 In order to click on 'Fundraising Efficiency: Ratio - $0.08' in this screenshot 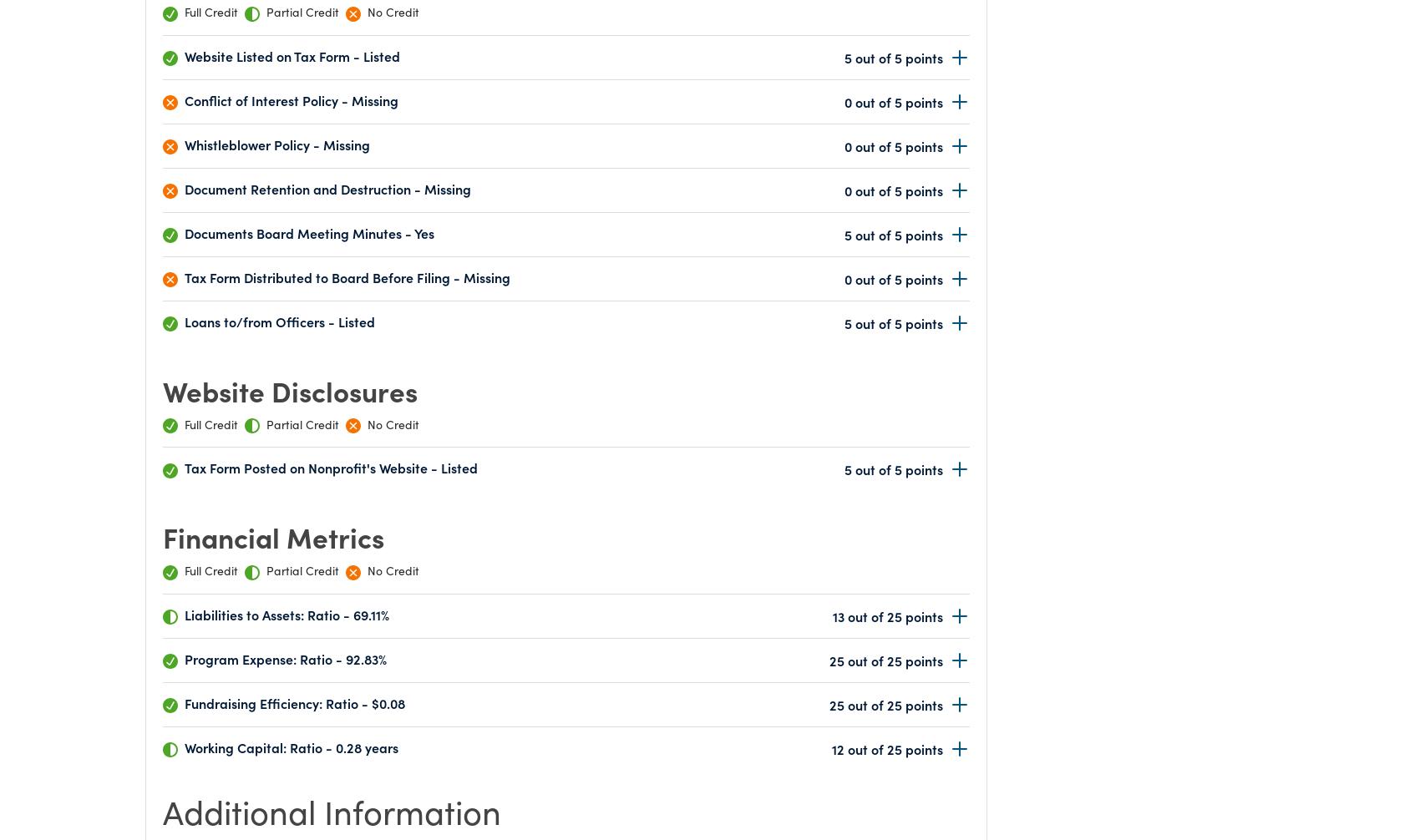, I will do `click(185, 702)`.